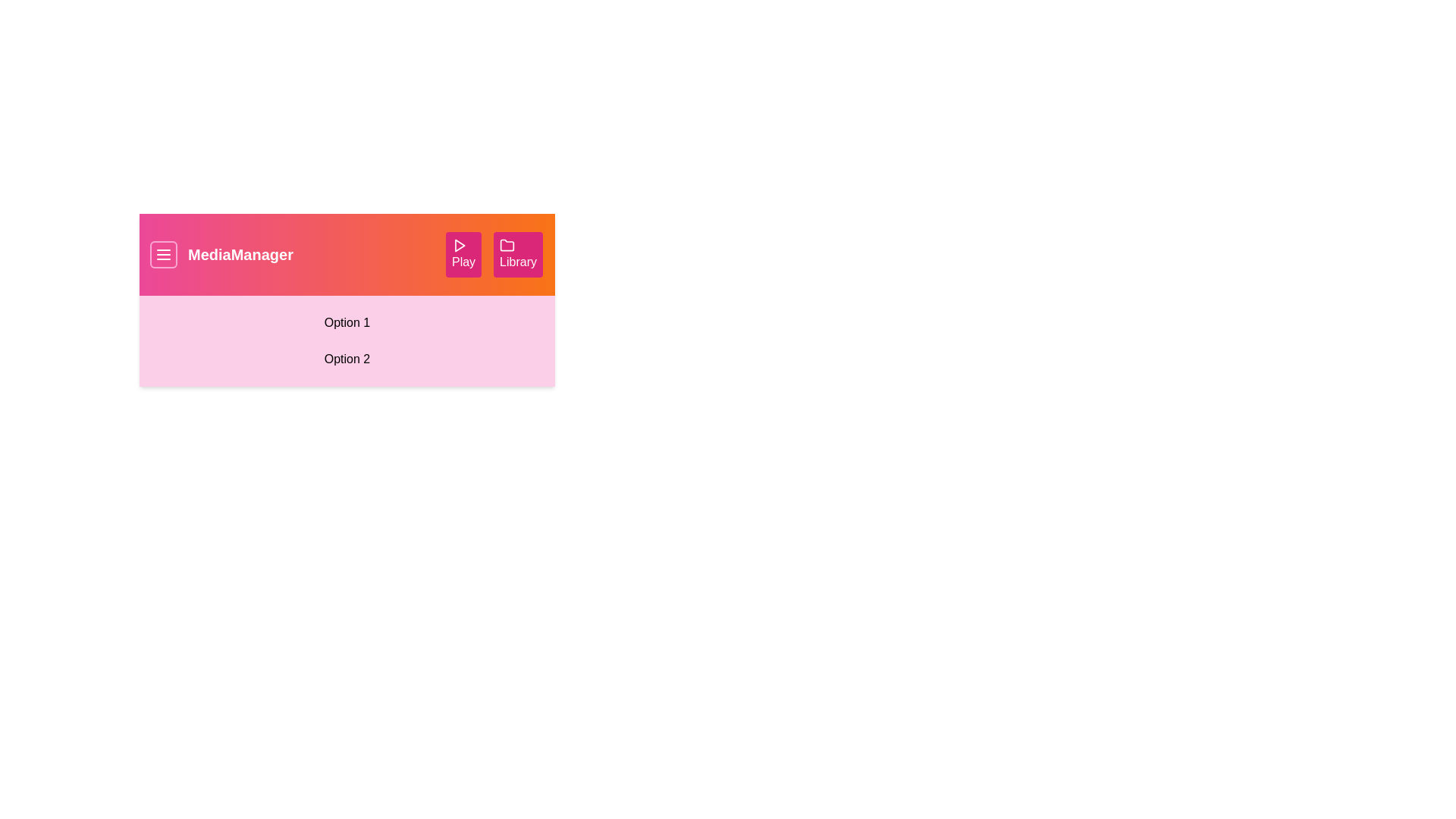 The image size is (1456, 819). I want to click on the menu option Option 1, so click(346, 322).